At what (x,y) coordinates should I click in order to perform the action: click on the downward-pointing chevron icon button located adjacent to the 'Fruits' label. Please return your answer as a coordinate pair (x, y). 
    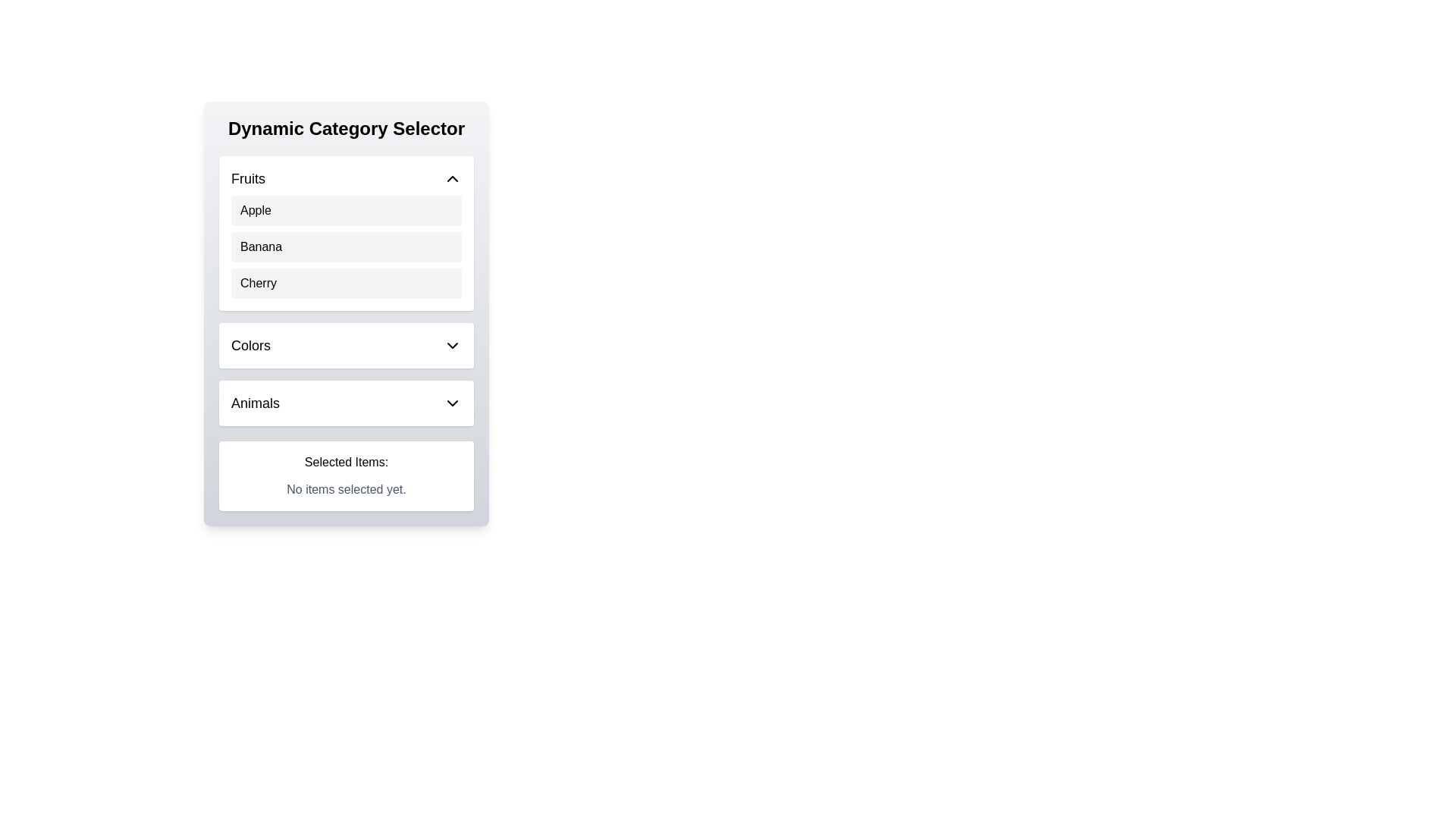
    Looking at the image, I should click on (451, 177).